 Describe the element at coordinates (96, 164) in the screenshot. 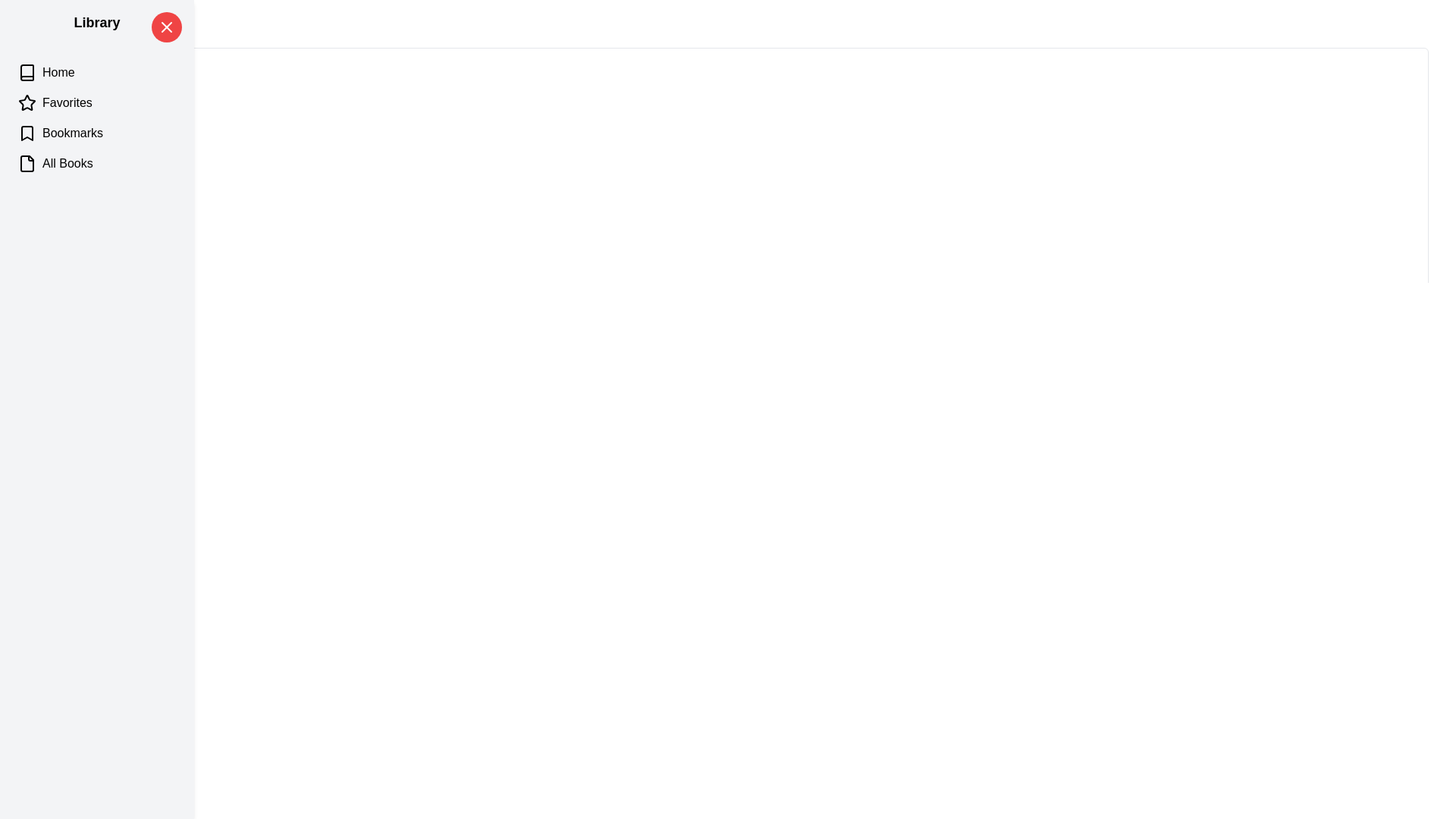

I see `the category All Books to highlight it` at that location.